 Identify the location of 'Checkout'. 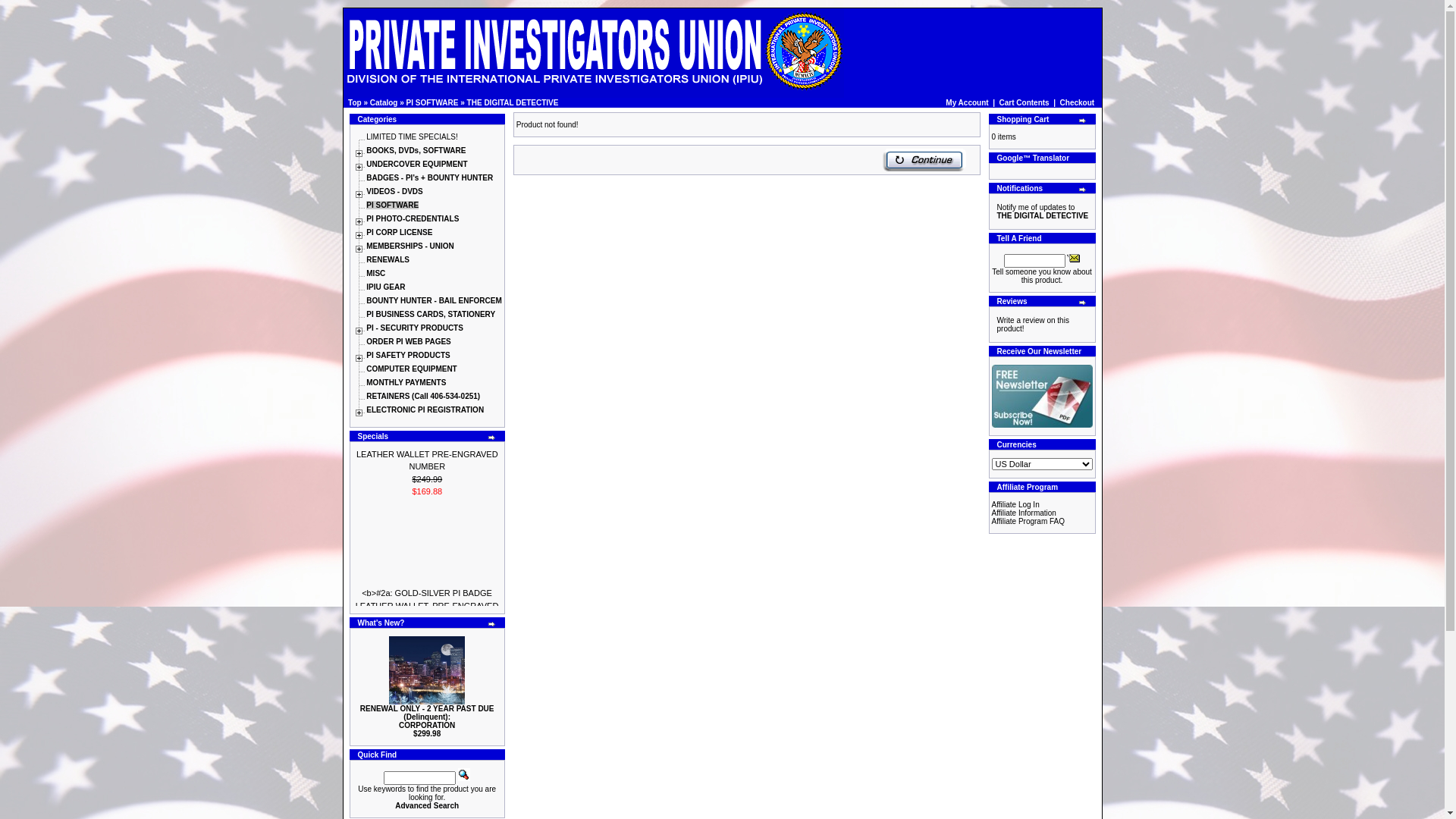
(1076, 102).